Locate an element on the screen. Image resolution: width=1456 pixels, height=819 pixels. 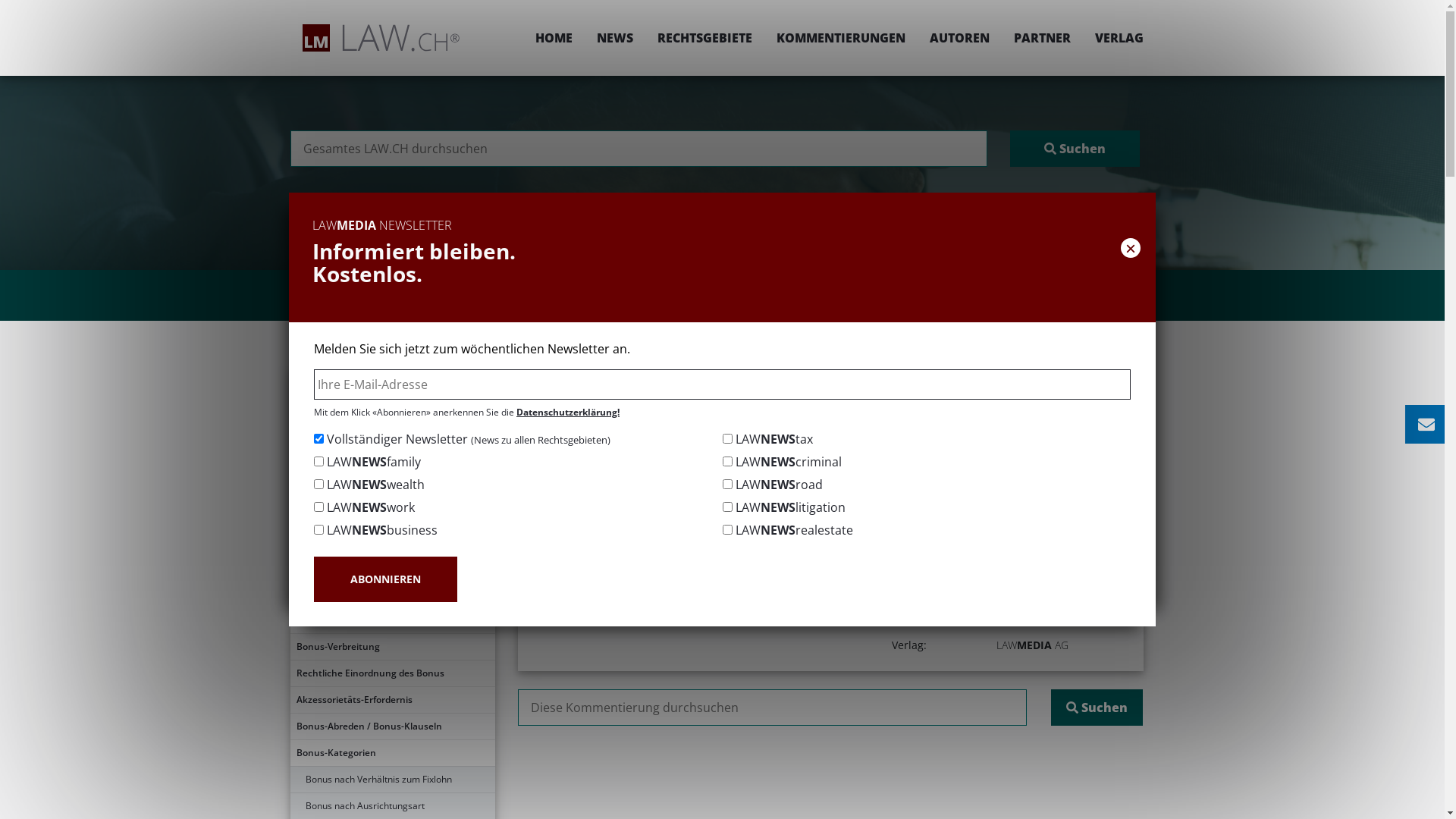
'Bonus-Kultur' is located at coordinates (392, 593).